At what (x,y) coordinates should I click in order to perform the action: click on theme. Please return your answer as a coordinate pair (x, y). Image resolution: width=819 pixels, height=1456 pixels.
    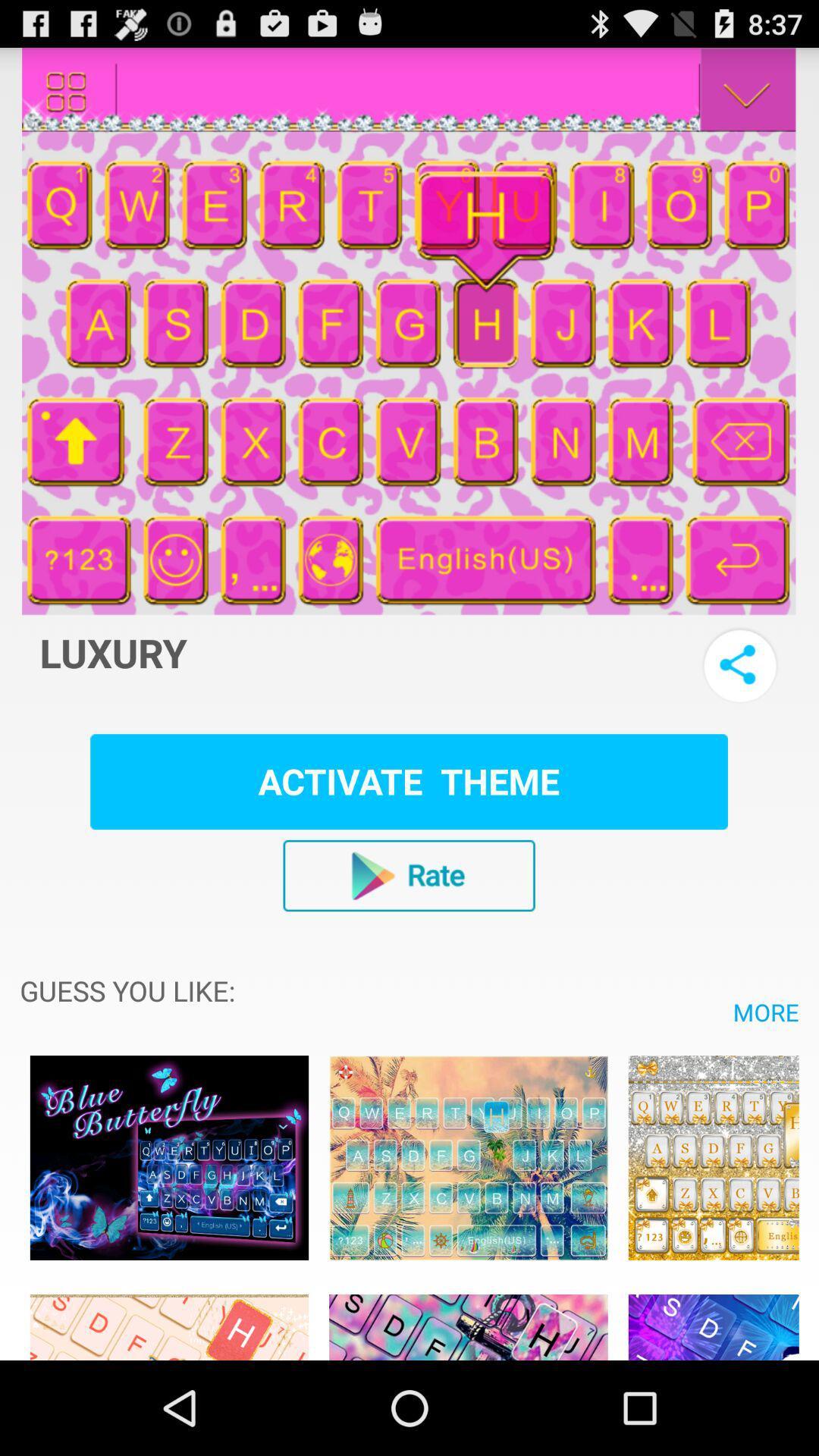
    Looking at the image, I should click on (467, 1156).